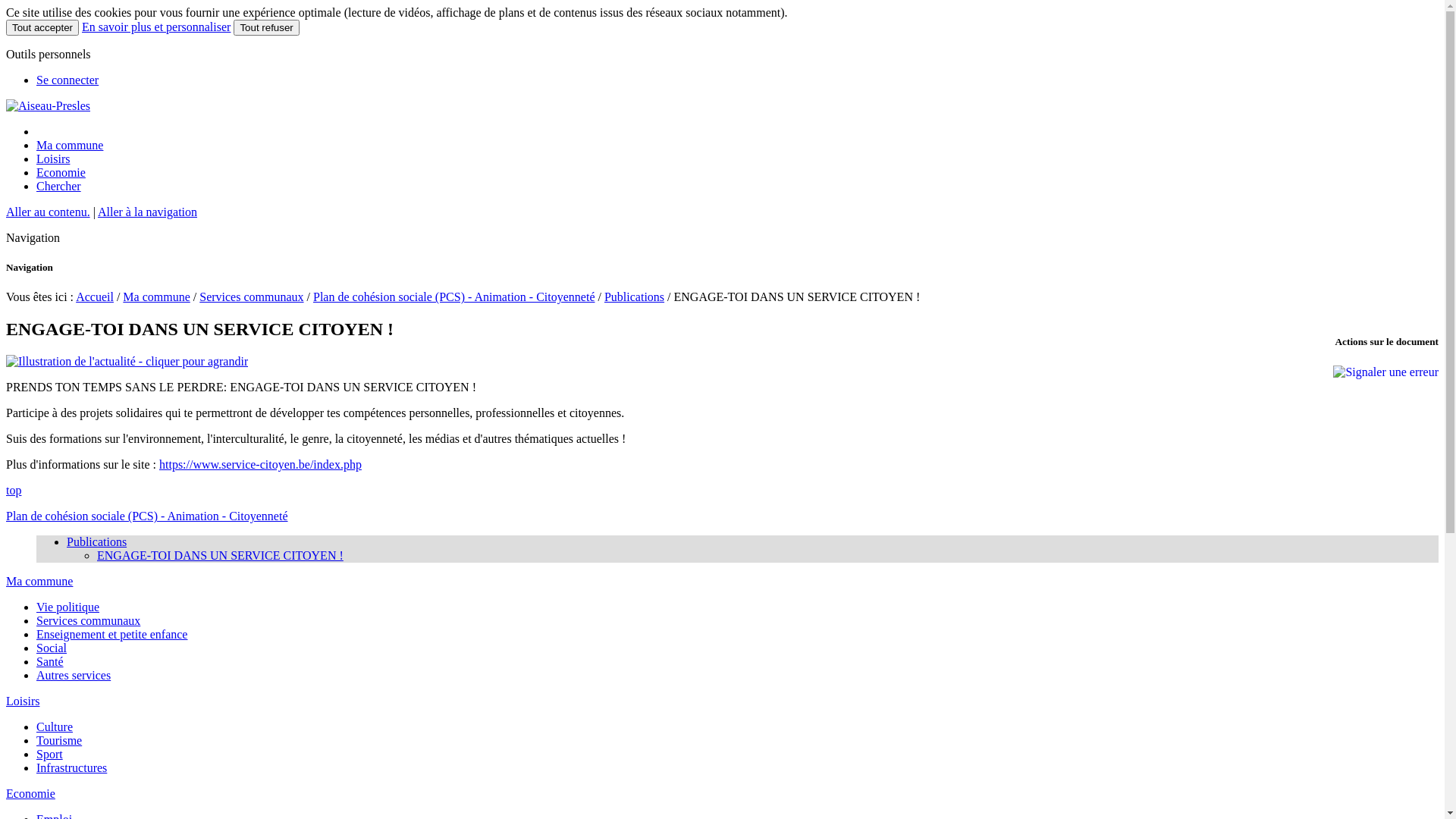 Image resolution: width=1456 pixels, height=819 pixels. What do you see at coordinates (1385, 372) in the screenshot?
I see `'Signaler une erreur'` at bounding box center [1385, 372].